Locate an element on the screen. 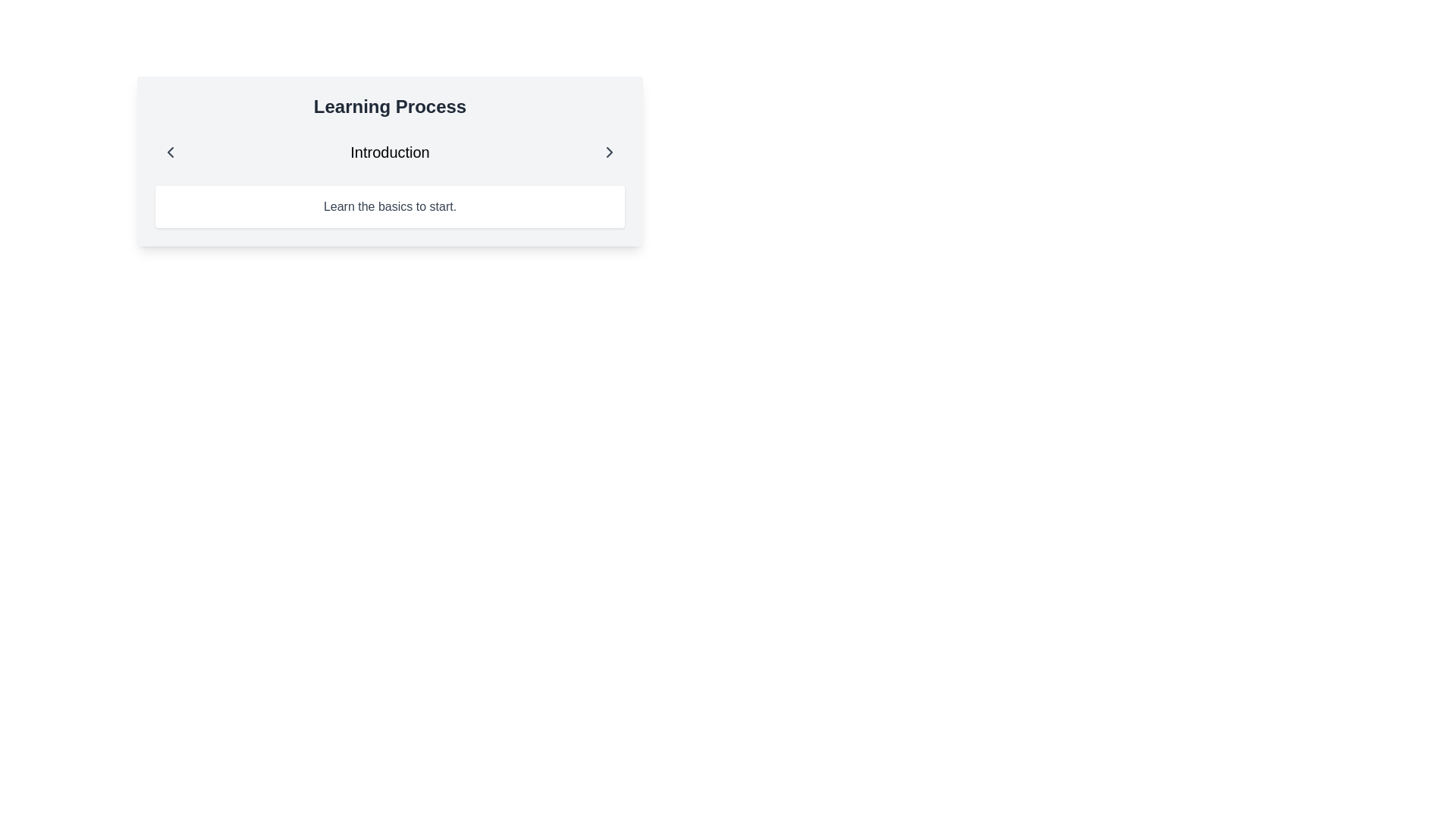 Image resolution: width=1456 pixels, height=819 pixels. the text label that says 'Learn the basics to start.' which is styled in gray and located beneath the header 'Introduction' is located at coordinates (390, 207).